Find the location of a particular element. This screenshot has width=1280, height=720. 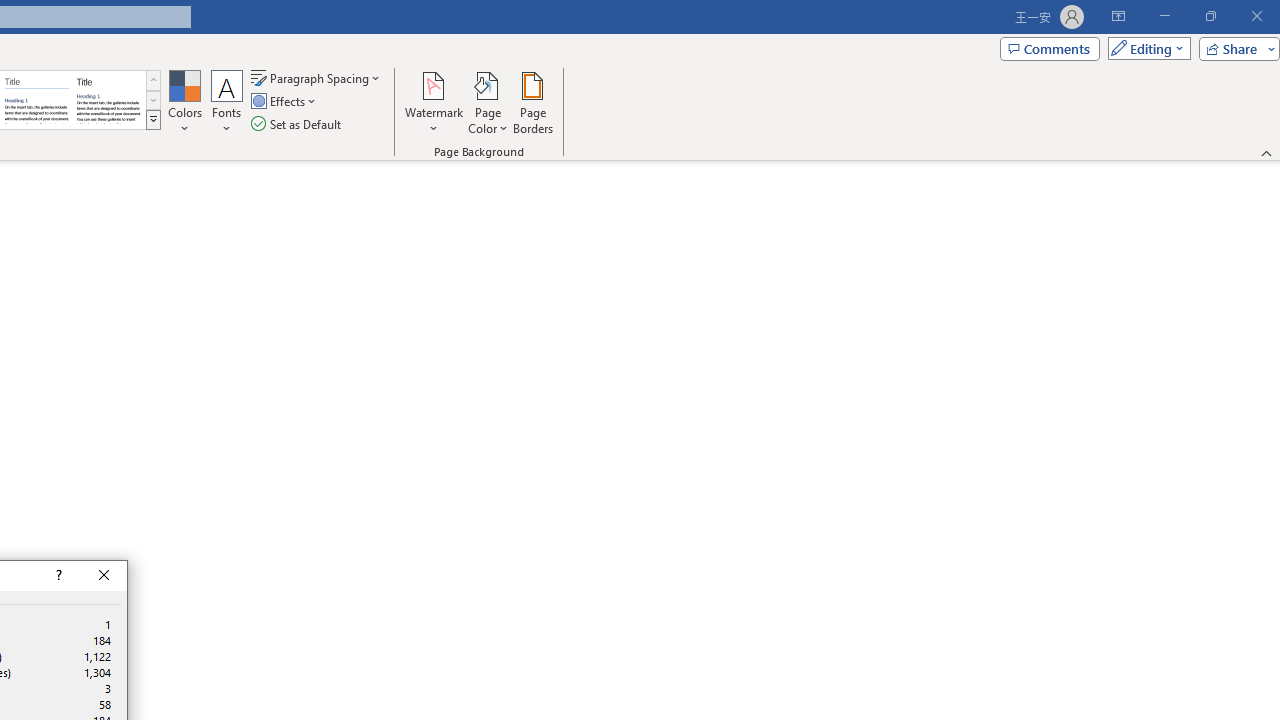

'Paragraph Spacing' is located at coordinates (316, 77).